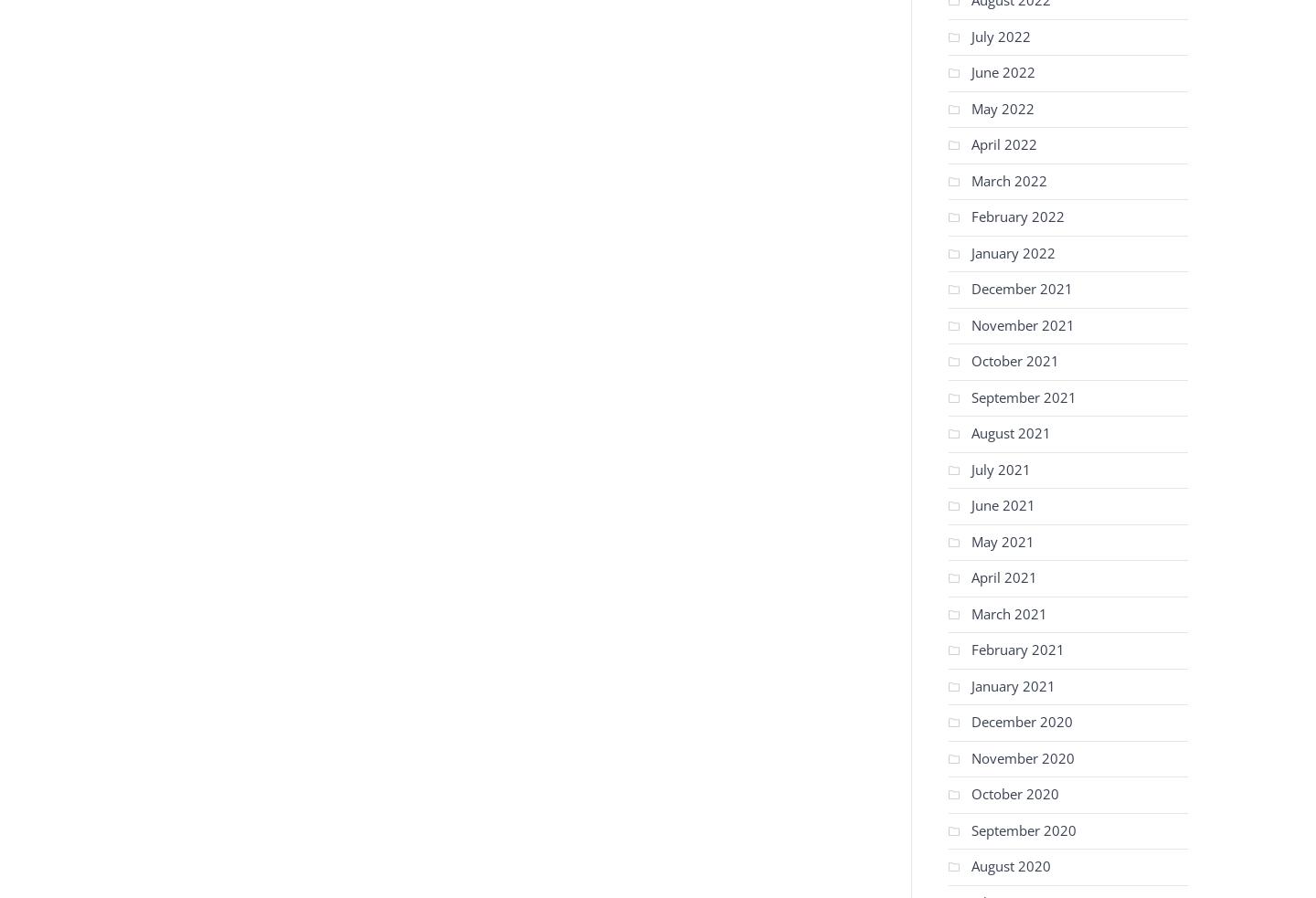 This screenshot has width=1316, height=898. I want to click on 'October 2021', so click(1014, 359).